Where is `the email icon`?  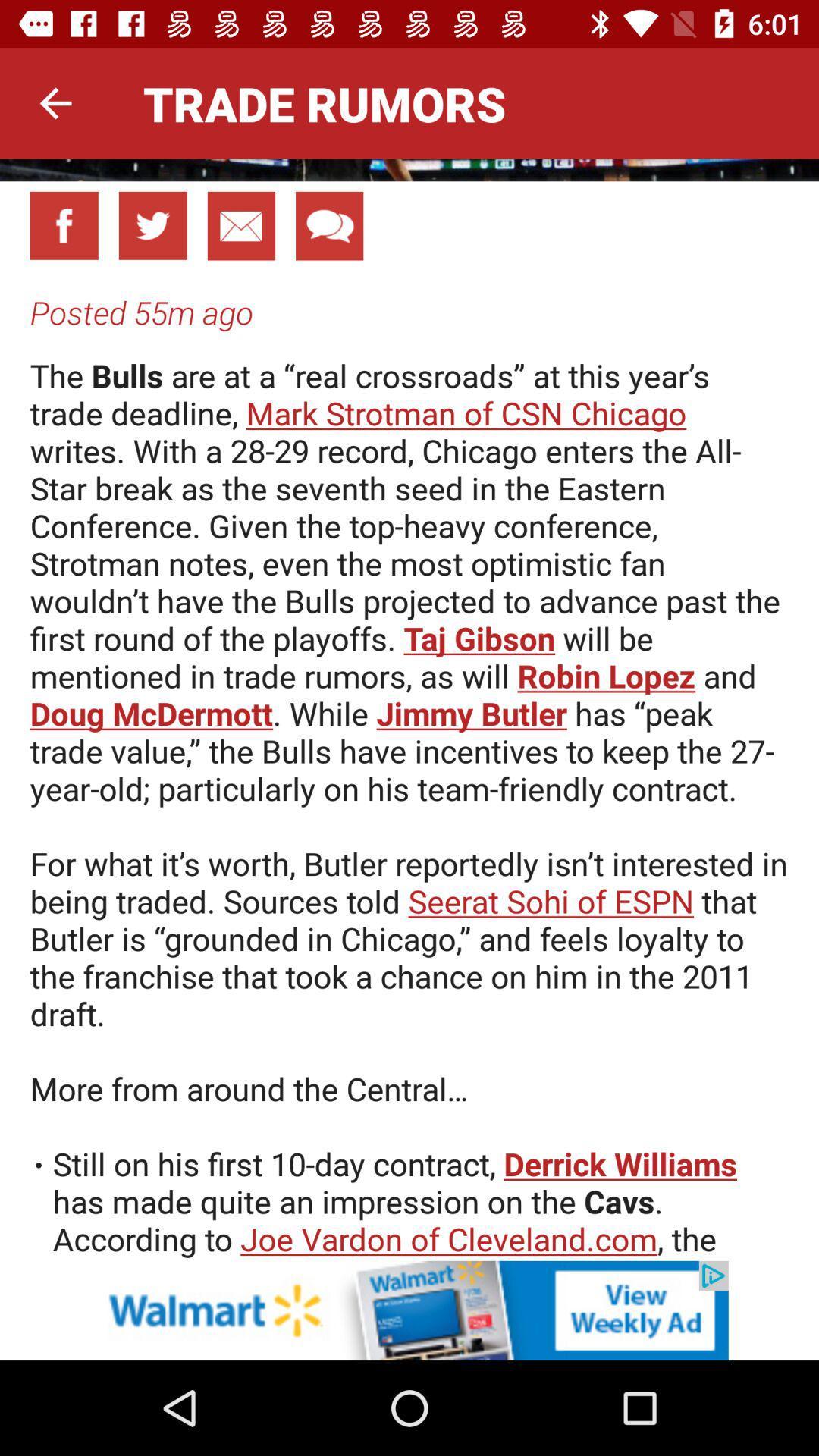 the email icon is located at coordinates (240, 225).